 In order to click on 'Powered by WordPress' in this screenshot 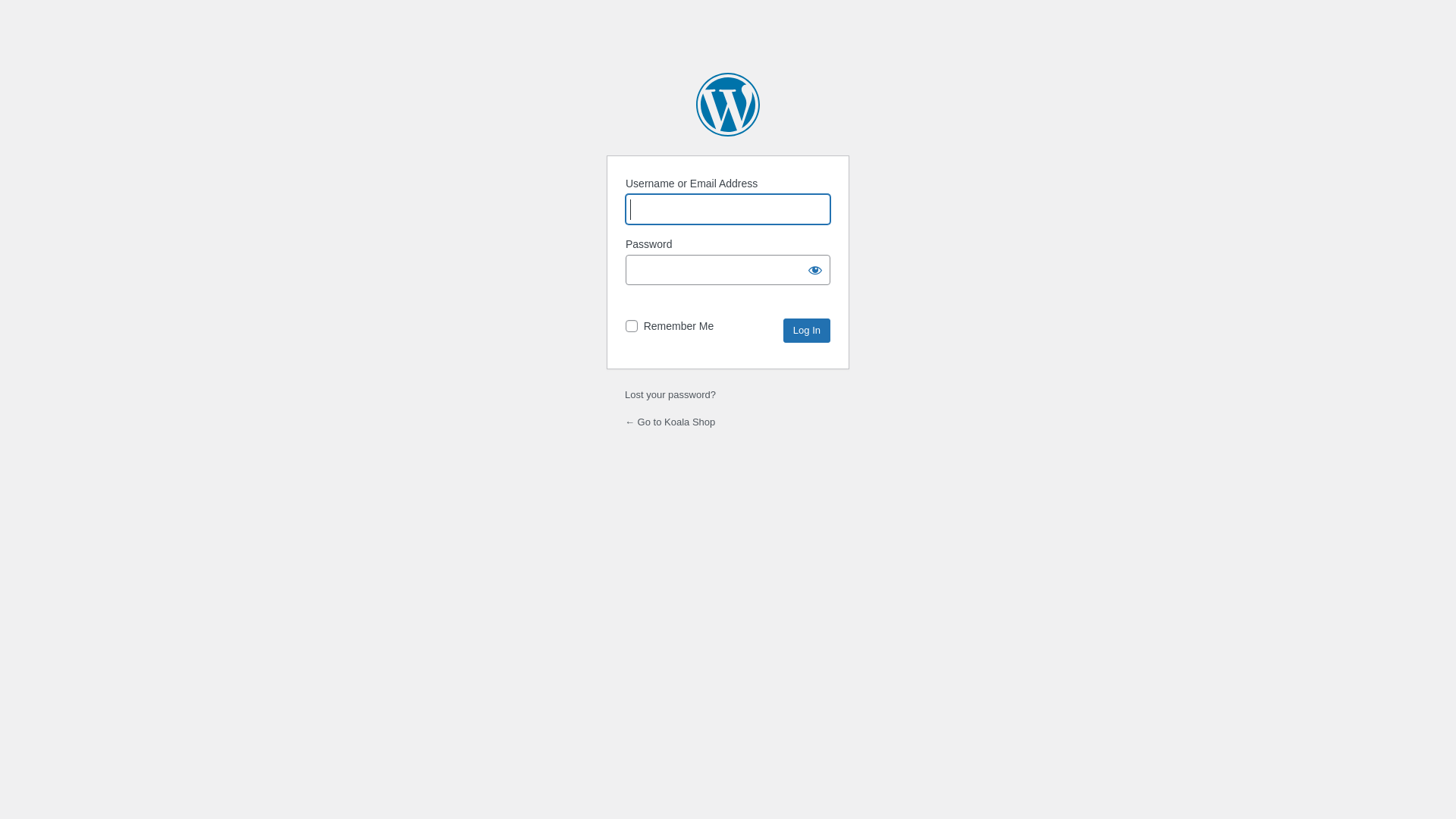, I will do `click(728, 104)`.